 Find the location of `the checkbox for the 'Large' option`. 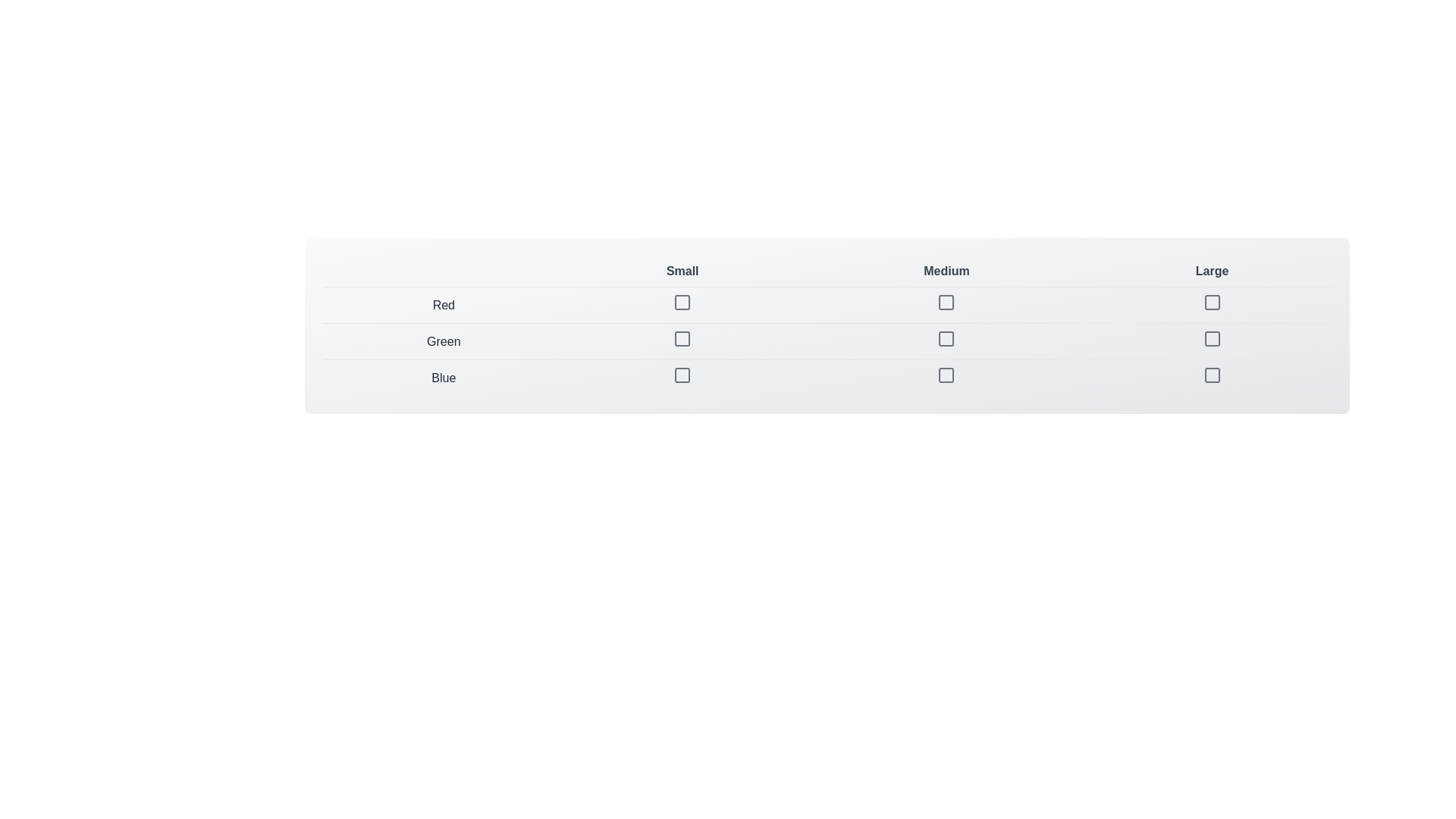

the checkbox for the 'Large' option is located at coordinates (1211, 302).